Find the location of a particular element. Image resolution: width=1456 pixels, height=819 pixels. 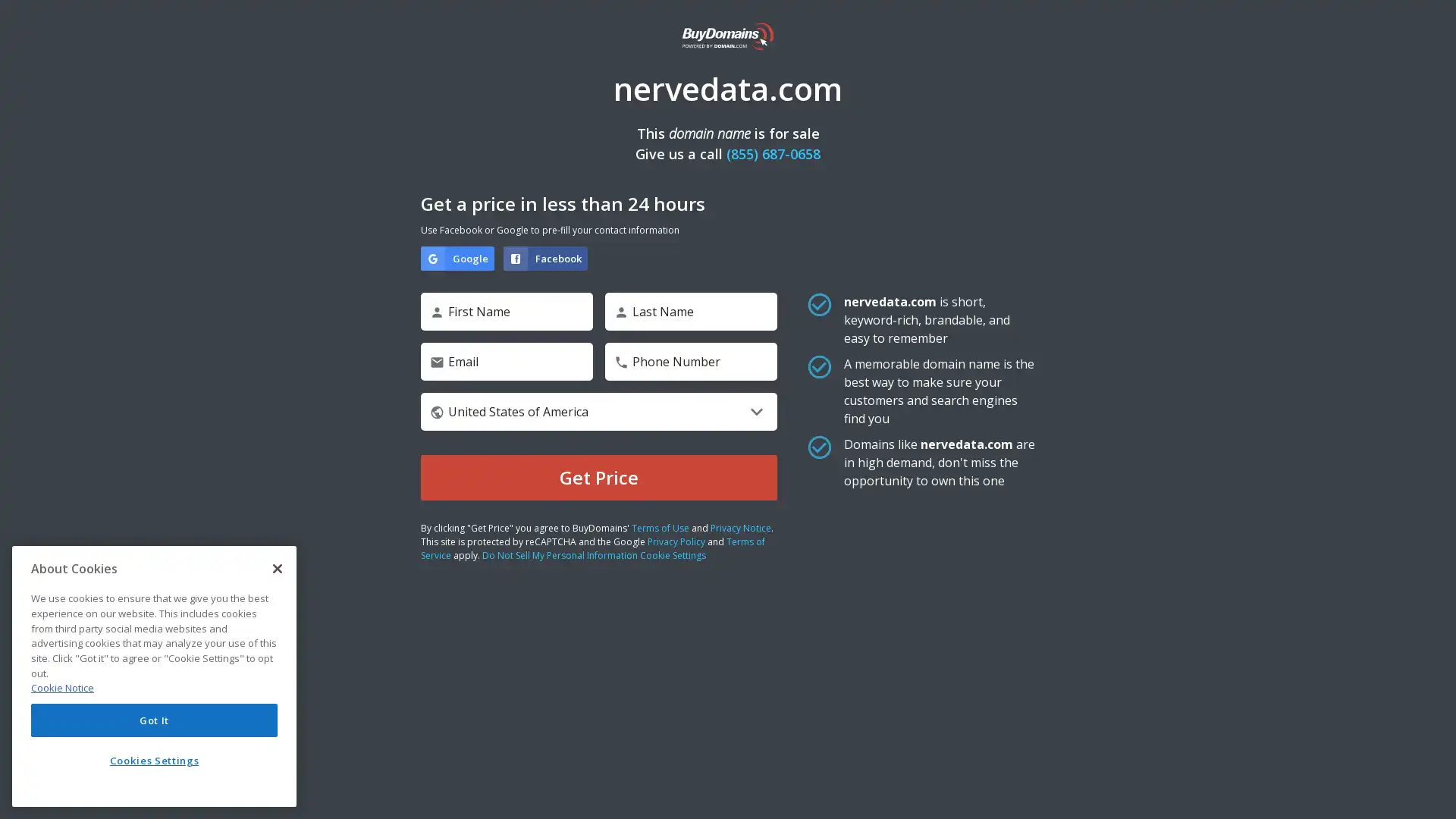

Get Price is located at coordinates (598, 476).